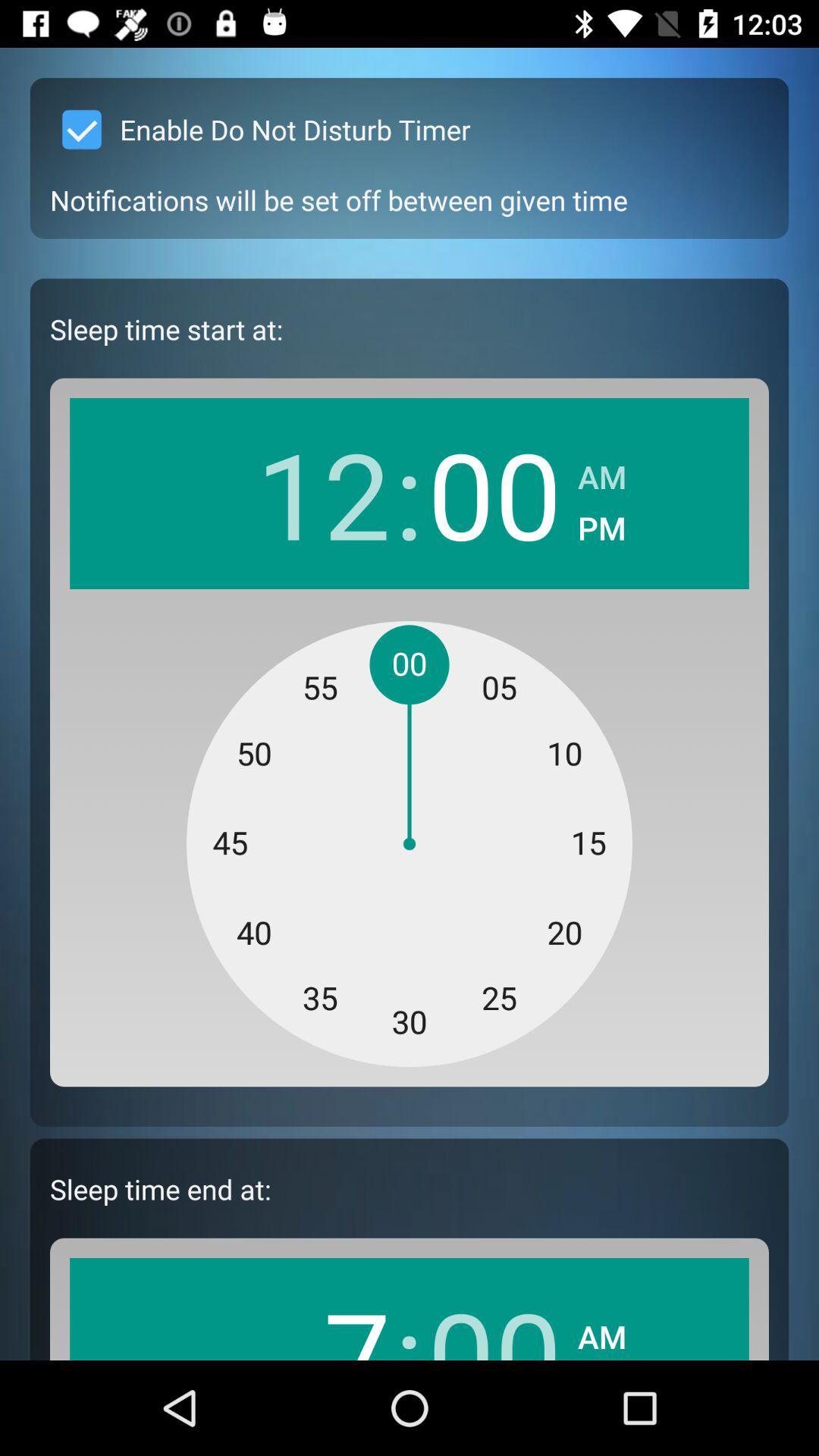  What do you see at coordinates (259, 130) in the screenshot?
I see `icon above the notifications will be item` at bounding box center [259, 130].